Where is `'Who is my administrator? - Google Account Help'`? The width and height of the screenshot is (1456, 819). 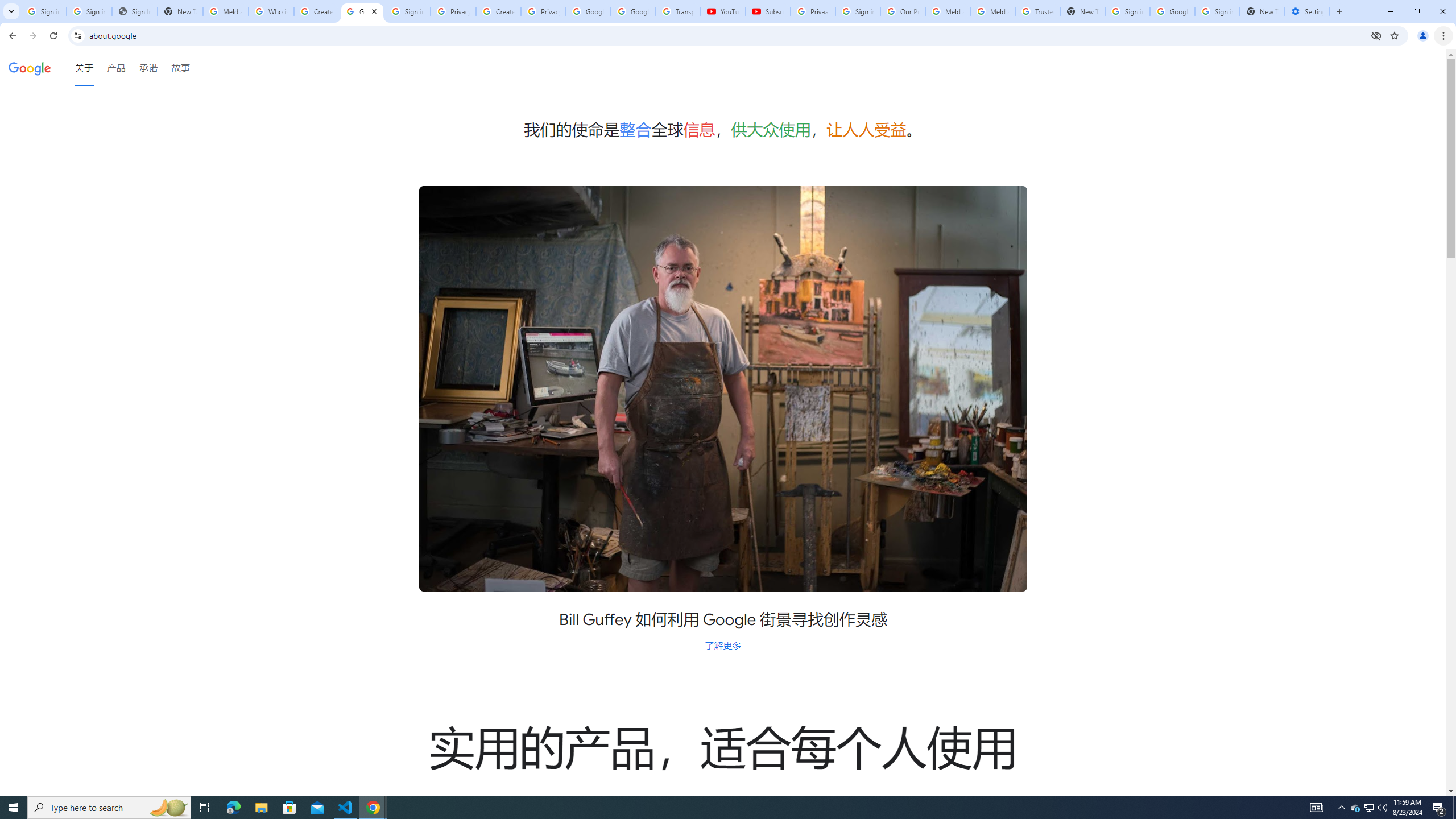 'Who is my administrator? - Google Account Help' is located at coordinates (271, 11).